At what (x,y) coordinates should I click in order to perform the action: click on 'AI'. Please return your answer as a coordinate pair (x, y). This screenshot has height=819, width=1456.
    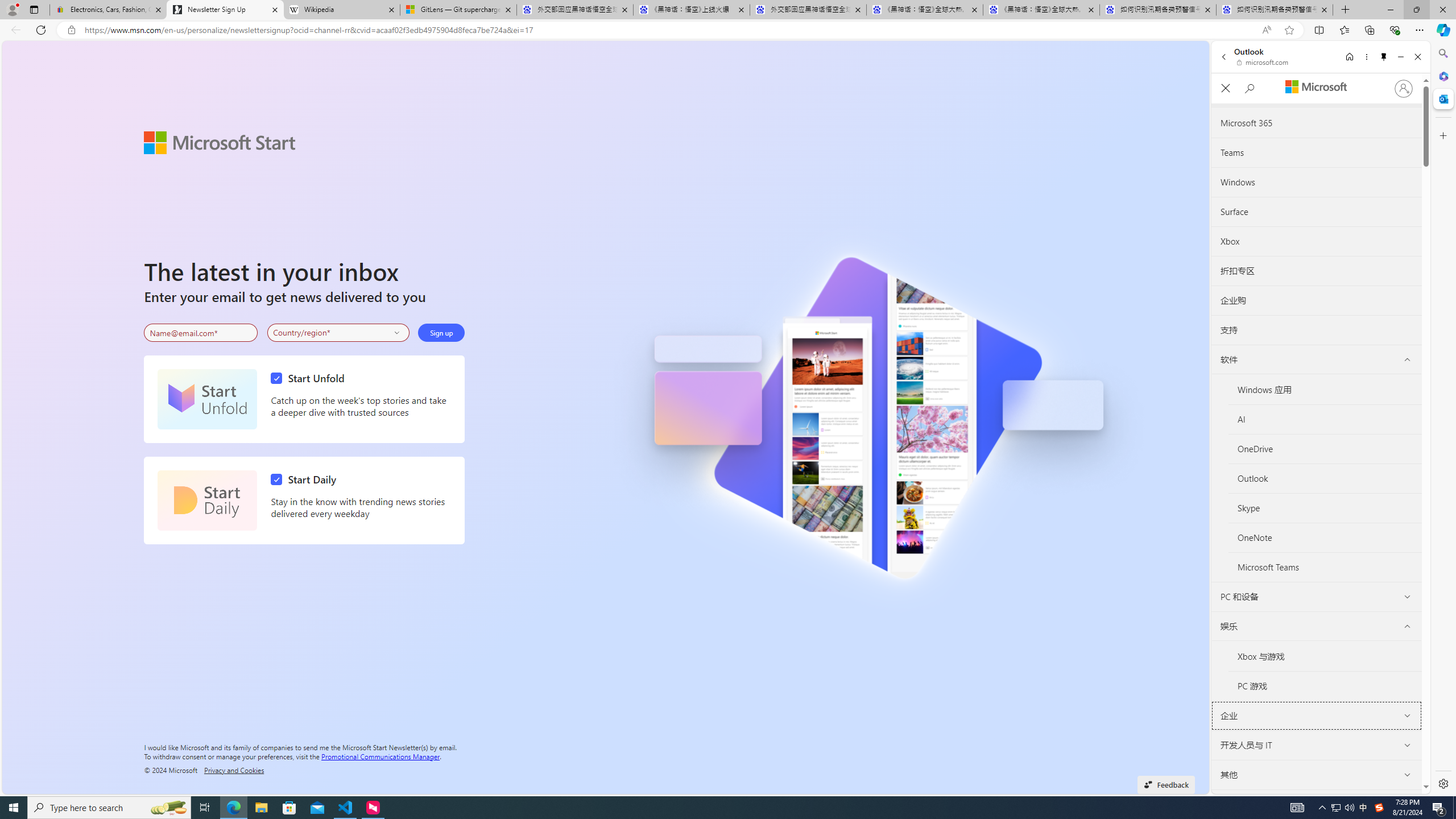
    Looking at the image, I should click on (1324, 419).